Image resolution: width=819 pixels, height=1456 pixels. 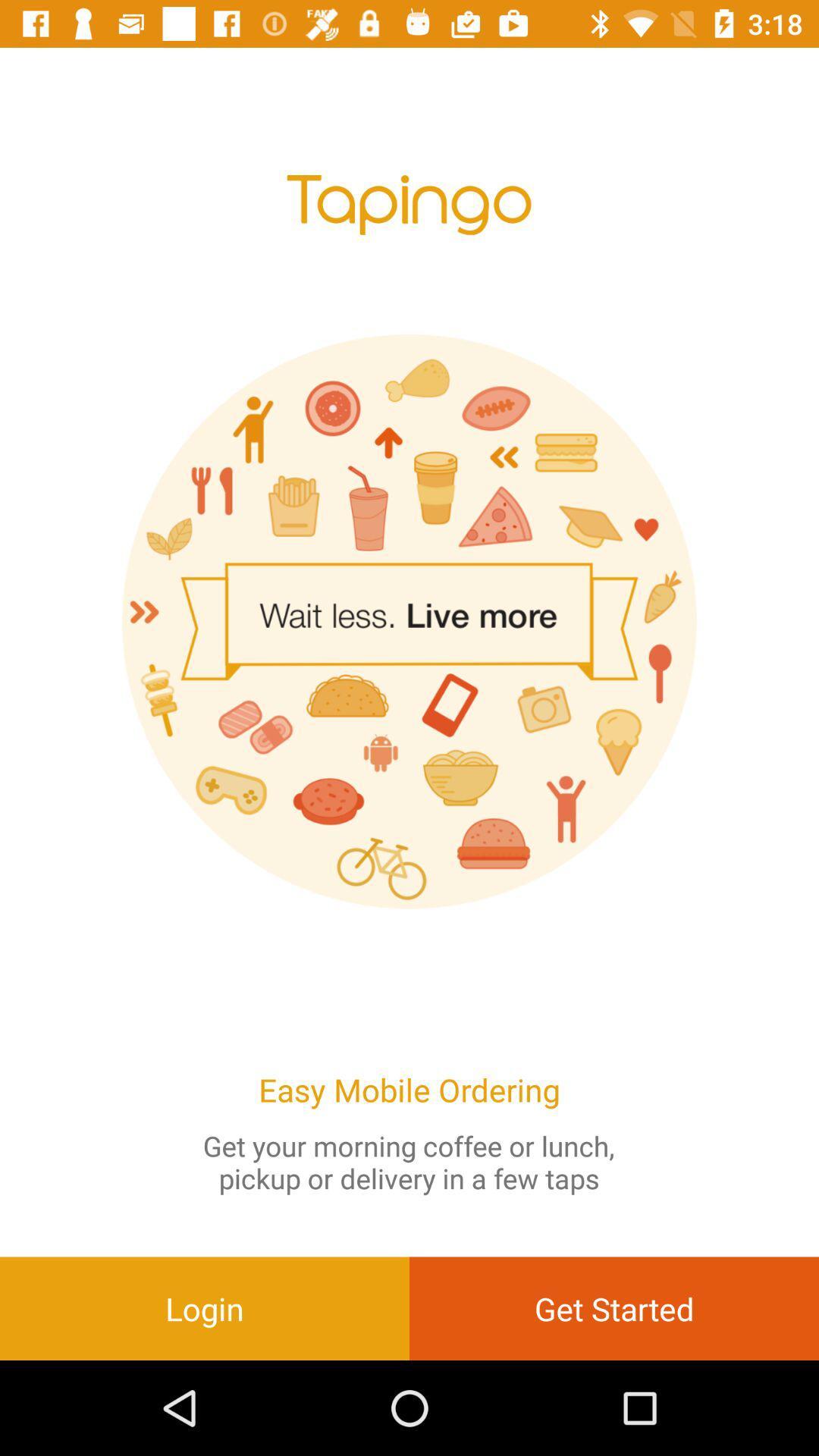 What do you see at coordinates (205, 1307) in the screenshot?
I see `login icon` at bounding box center [205, 1307].